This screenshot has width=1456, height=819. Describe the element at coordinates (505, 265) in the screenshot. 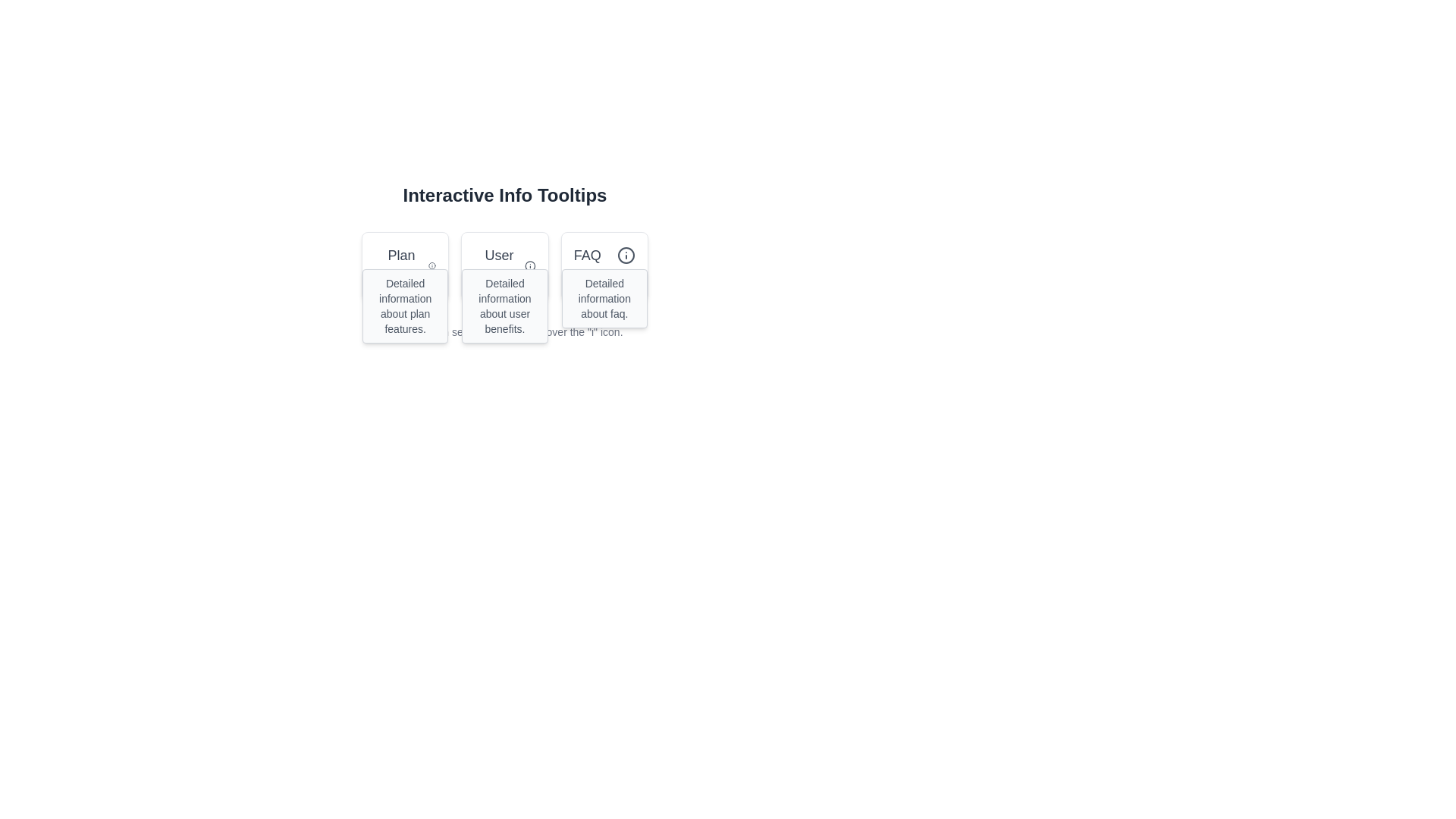

I see `the information icon next to the user benefits text label` at that location.